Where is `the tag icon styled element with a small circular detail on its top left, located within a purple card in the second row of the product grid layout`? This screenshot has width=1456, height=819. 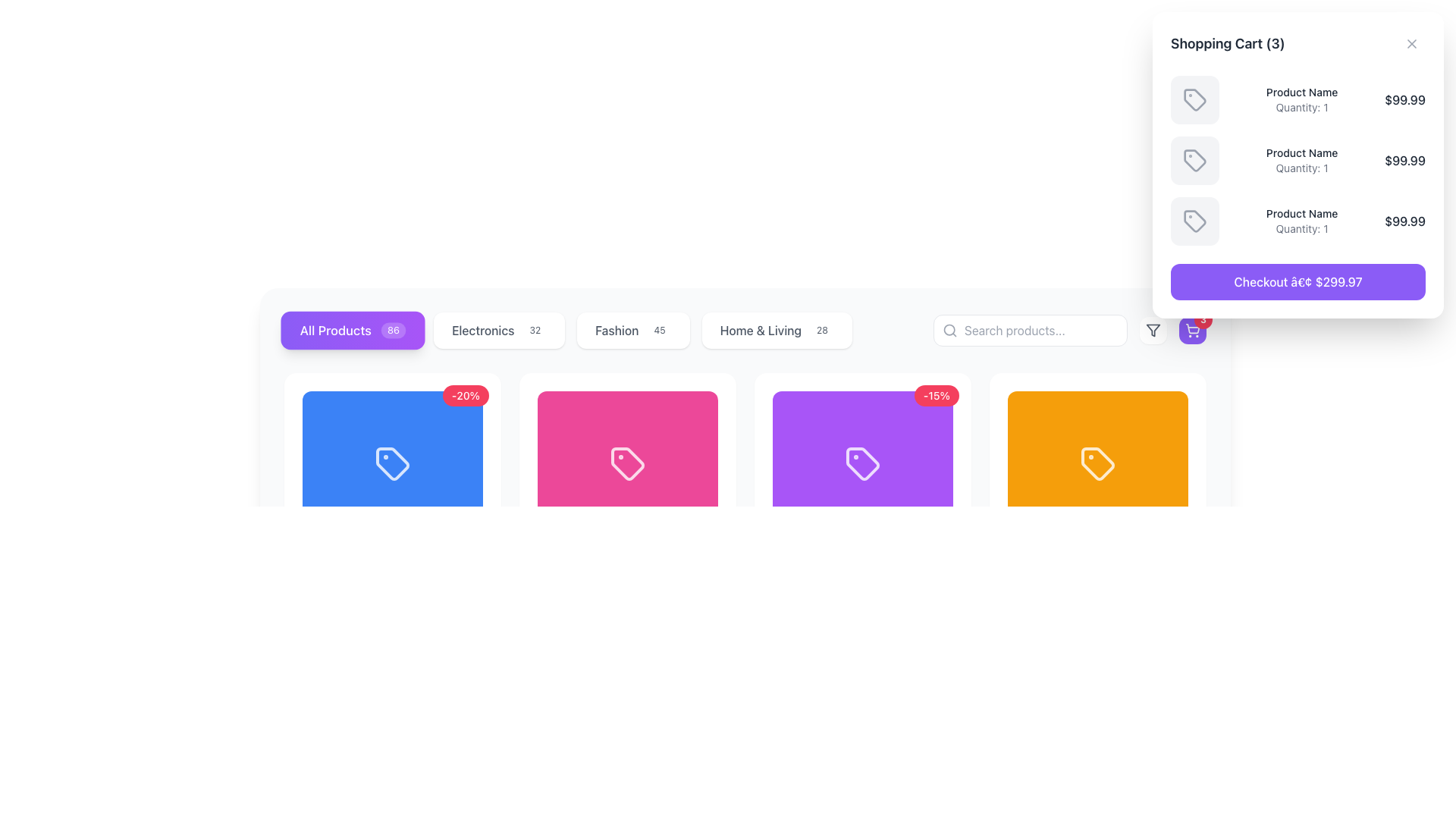 the tag icon styled element with a small circular detail on its top left, located within a purple card in the second row of the product grid layout is located at coordinates (862, 463).